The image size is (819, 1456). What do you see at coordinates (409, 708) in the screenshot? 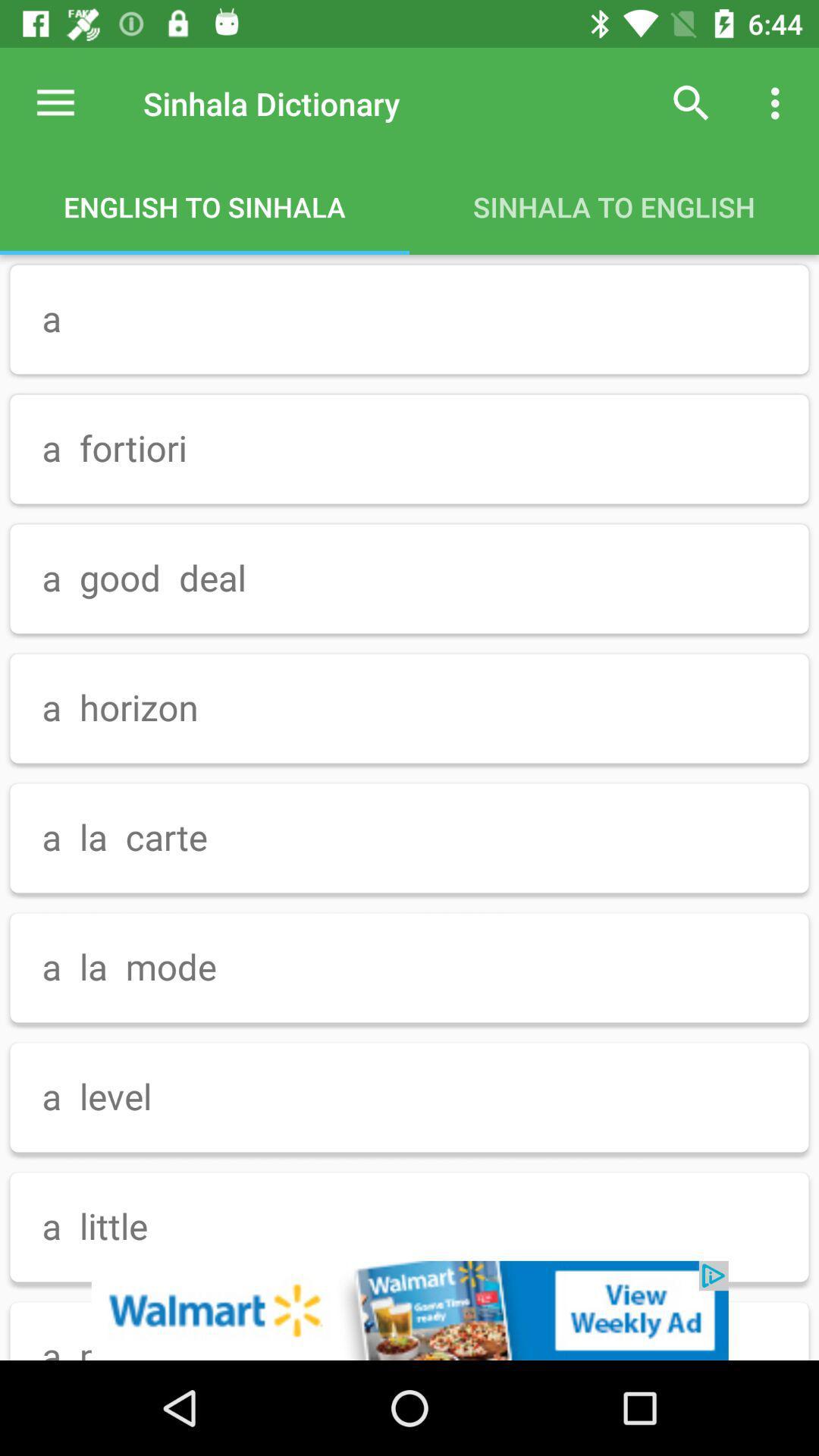
I see `horizon` at bounding box center [409, 708].